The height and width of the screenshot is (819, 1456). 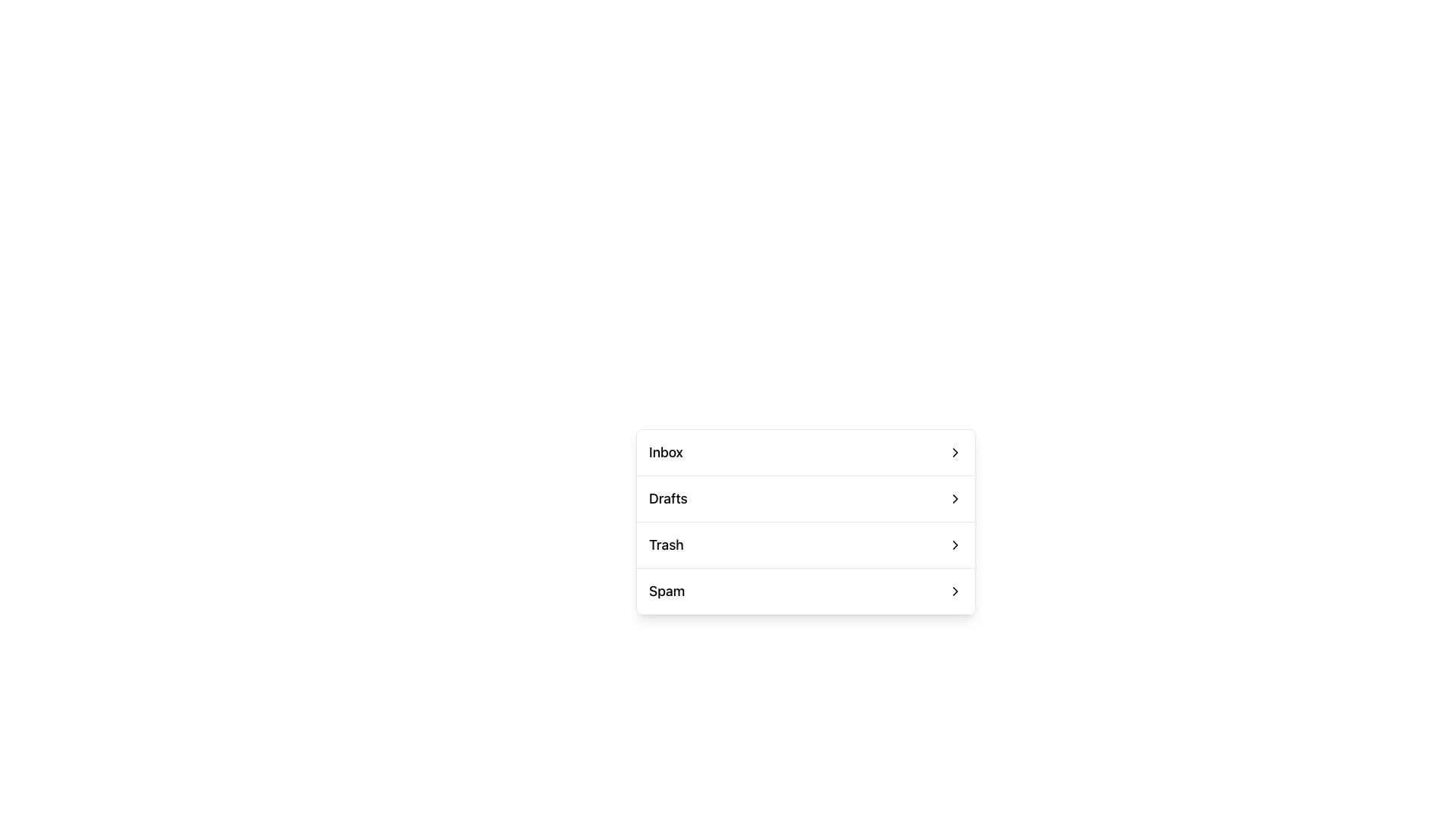 I want to click on the rightward-pointing chevron-shaped icon within the 'Inbox' menu, so click(x=954, y=452).